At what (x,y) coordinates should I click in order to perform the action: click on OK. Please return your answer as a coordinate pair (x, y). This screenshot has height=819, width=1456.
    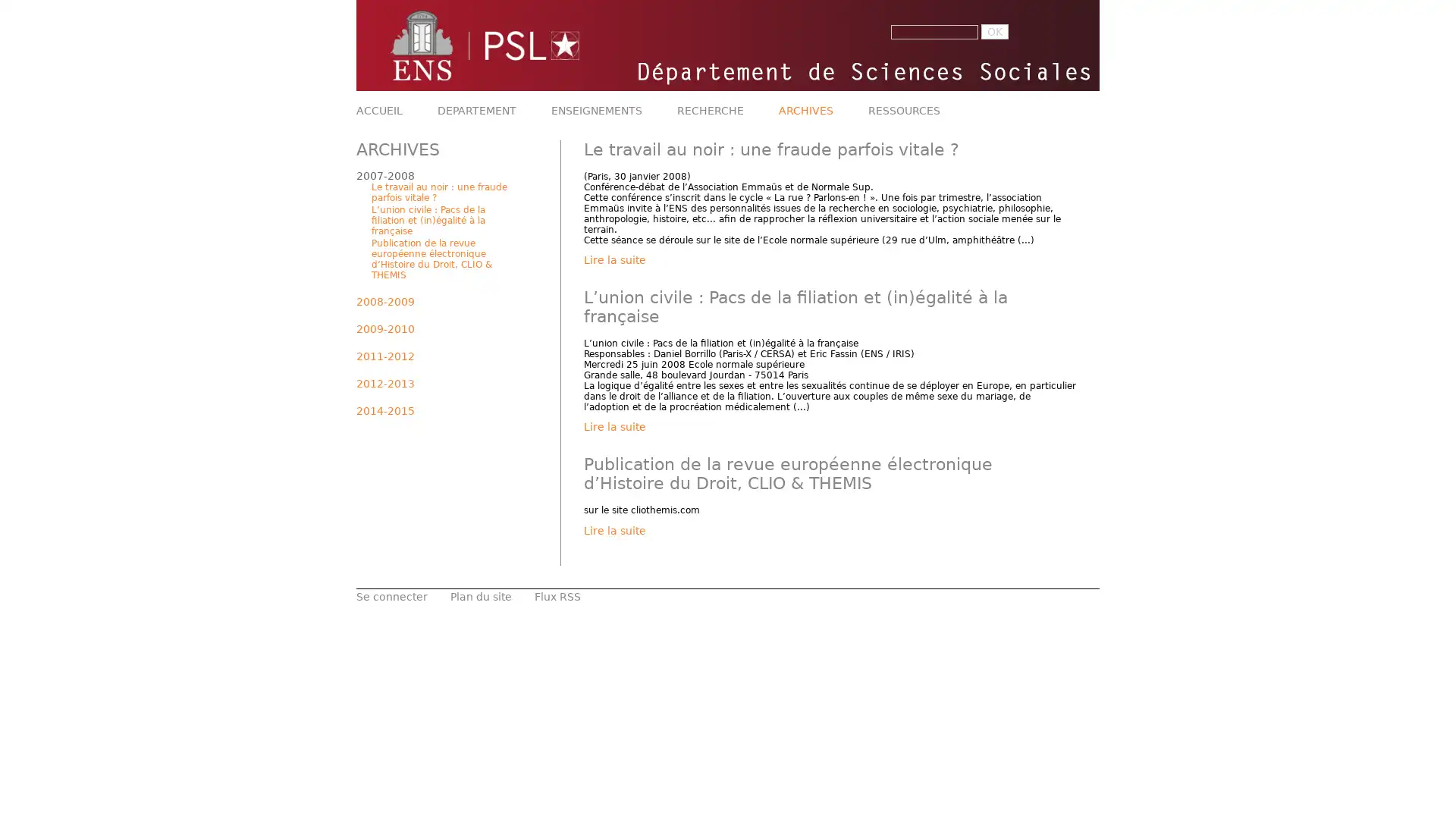
    Looking at the image, I should click on (994, 32).